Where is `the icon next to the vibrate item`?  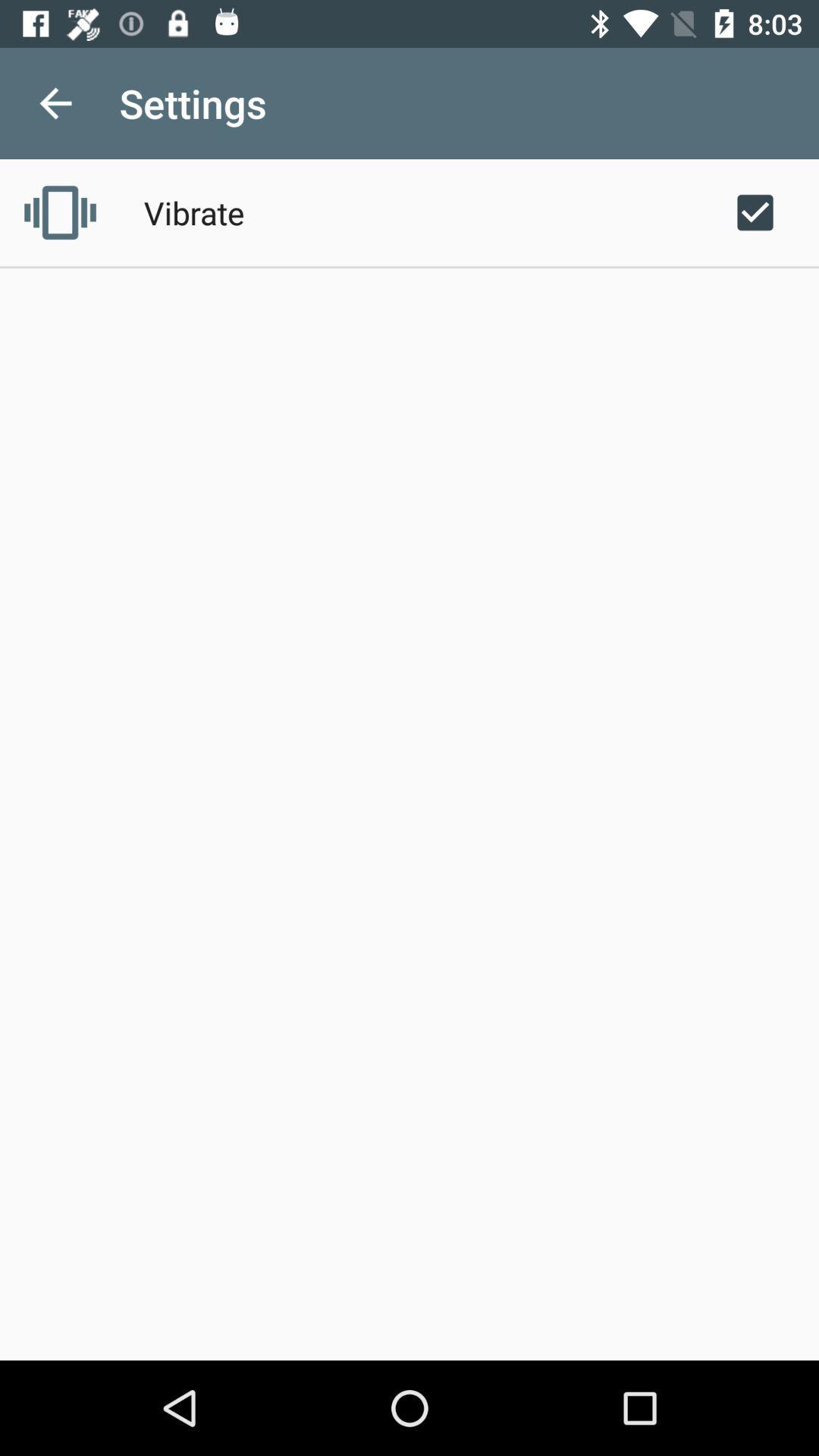 the icon next to the vibrate item is located at coordinates (755, 212).